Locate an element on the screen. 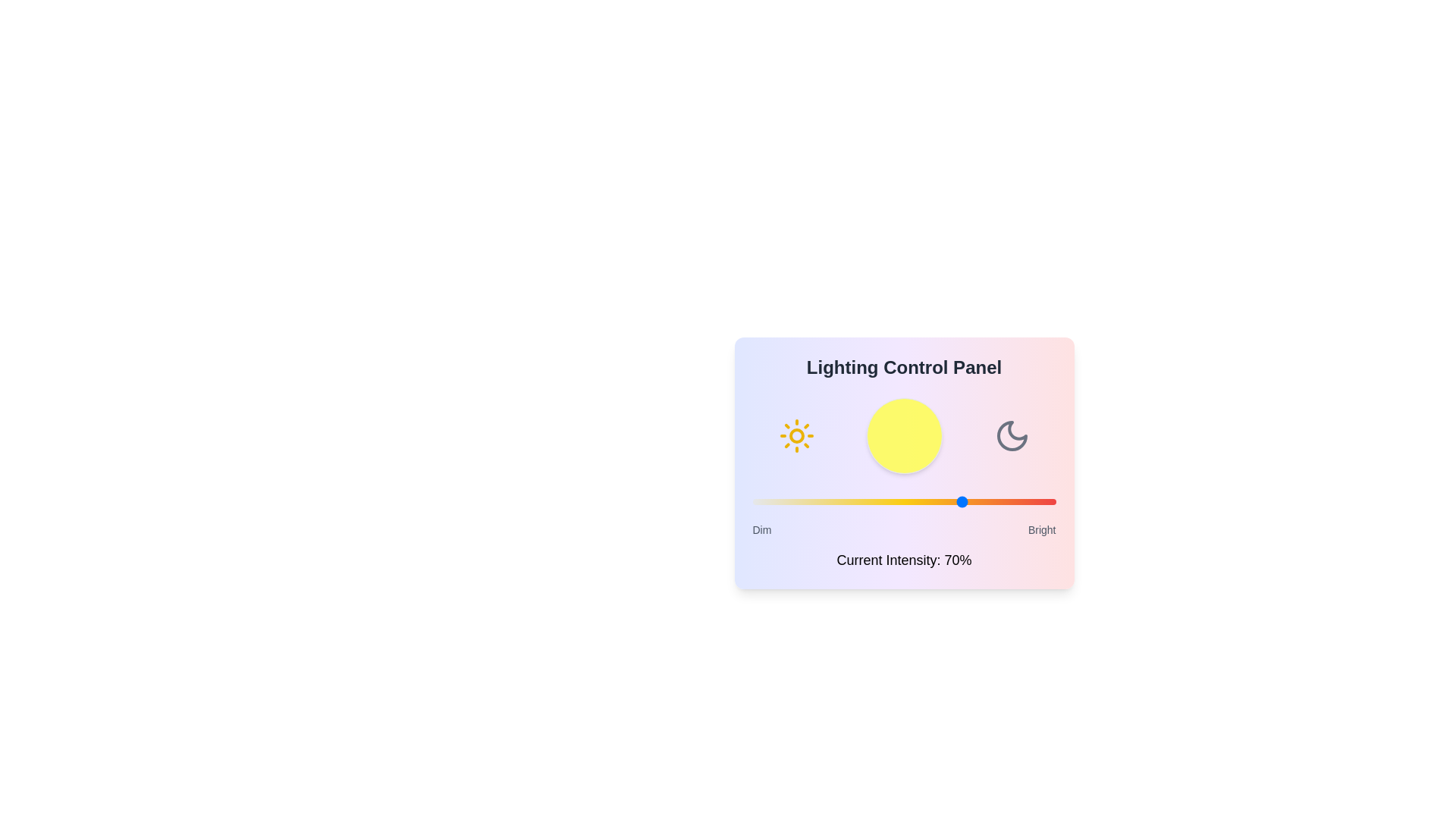 The image size is (1456, 819). the light intensity slider to 99% to observe the changes in the visualization is located at coordinates (1052, 502).